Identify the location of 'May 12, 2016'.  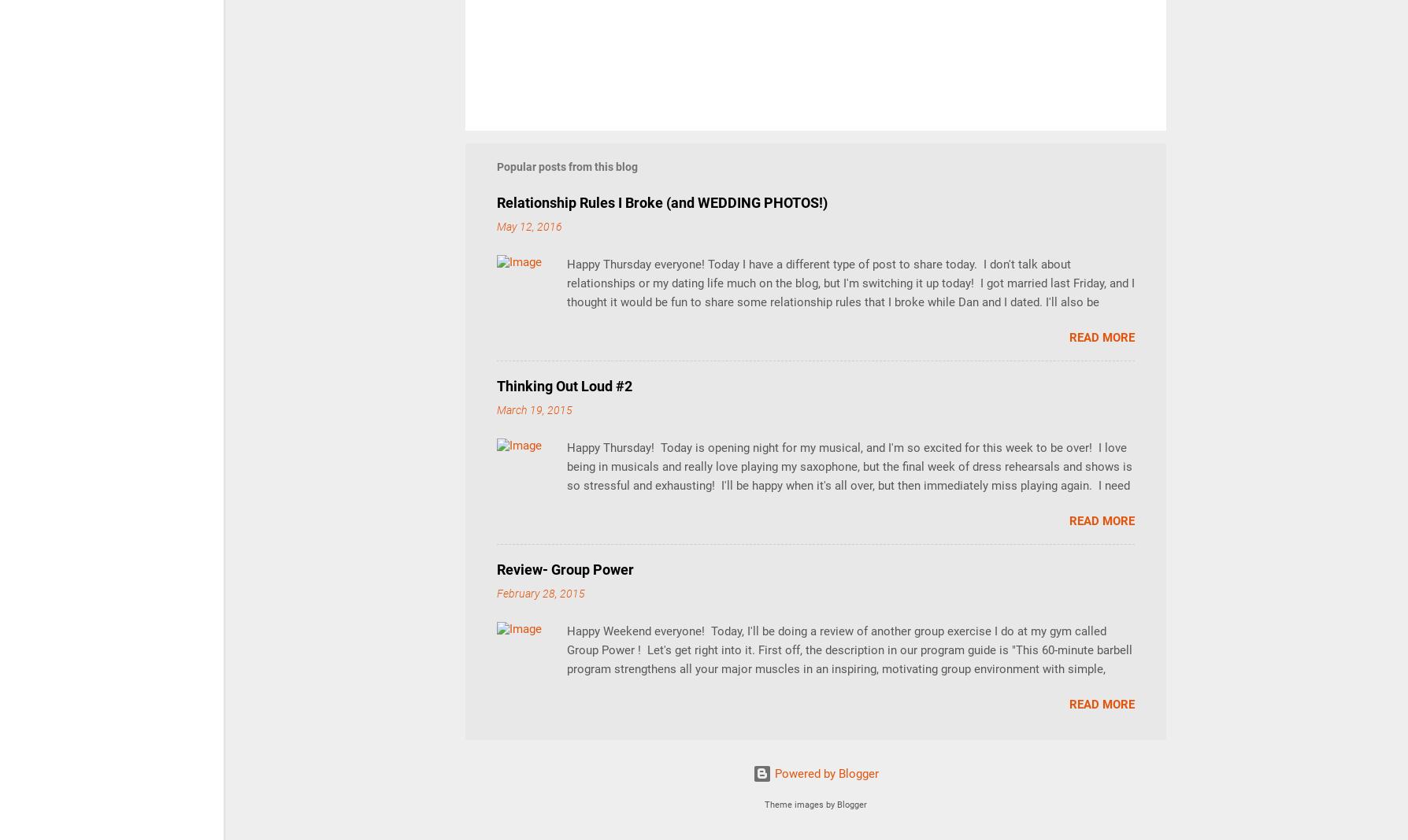
(528, 226).